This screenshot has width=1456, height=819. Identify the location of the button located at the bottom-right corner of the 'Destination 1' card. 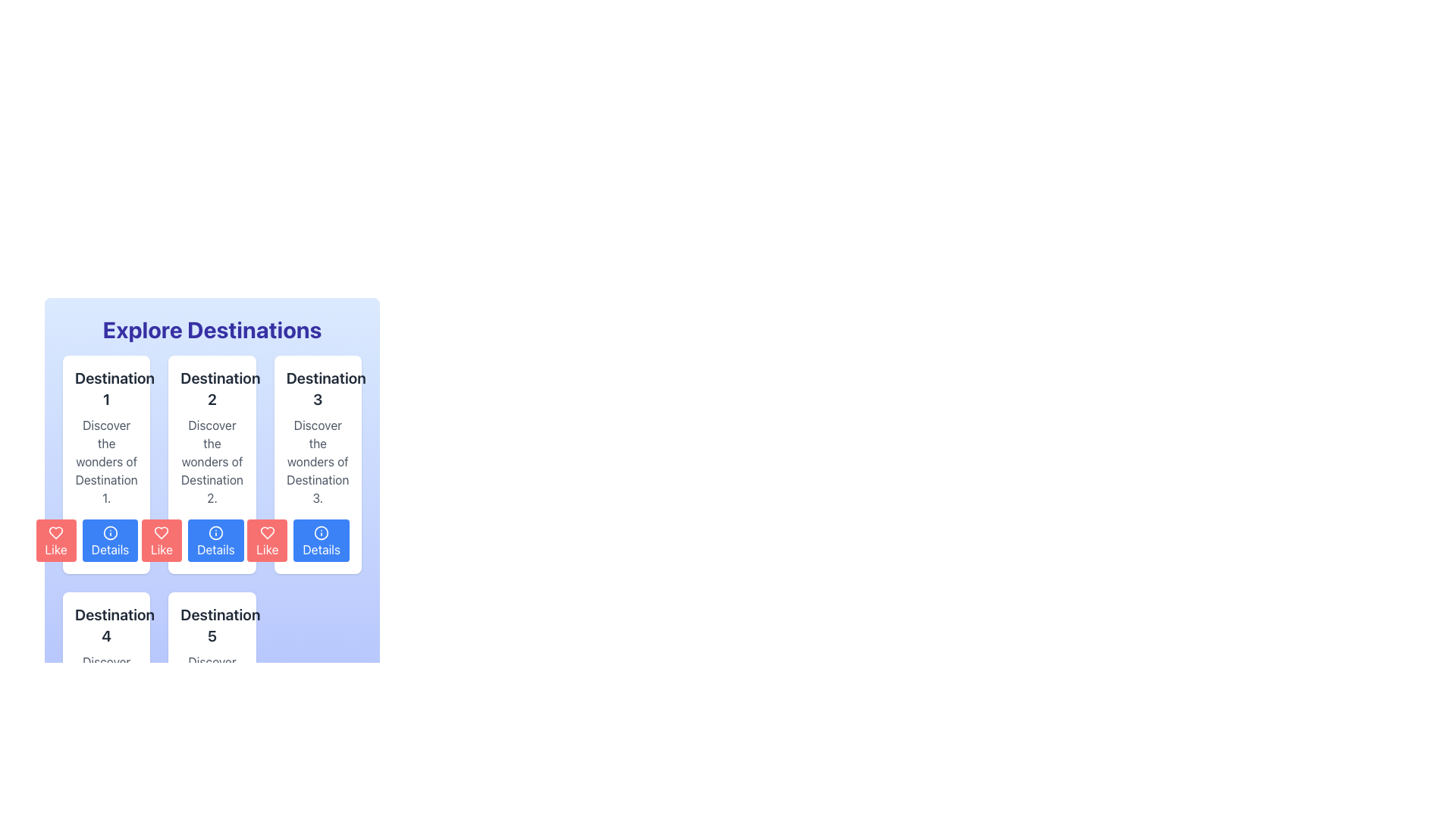
(105, 540).